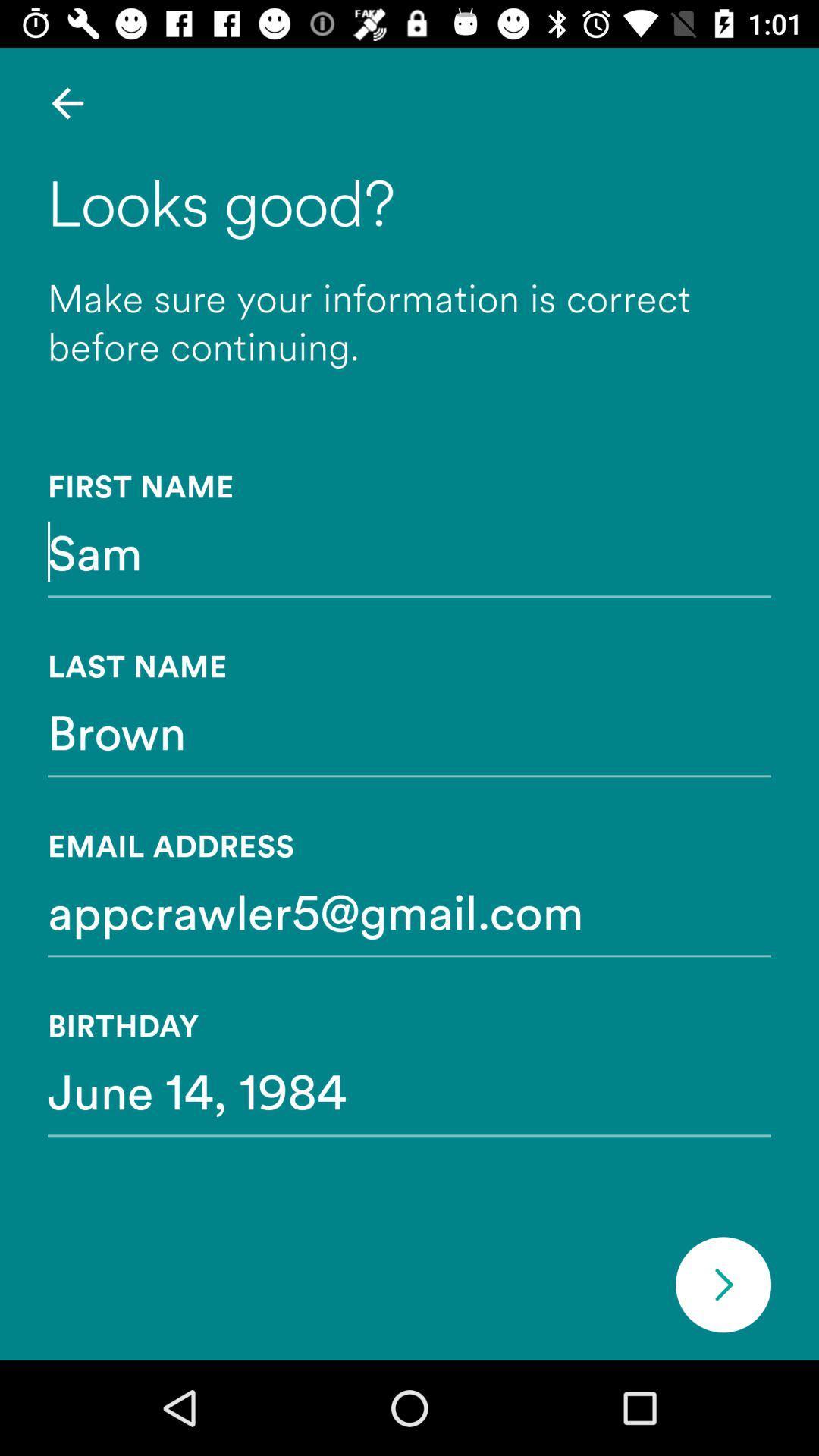  Describe the element at coordinates (409, 551) in the screenshot. I see `icon above the last name item` at that location.